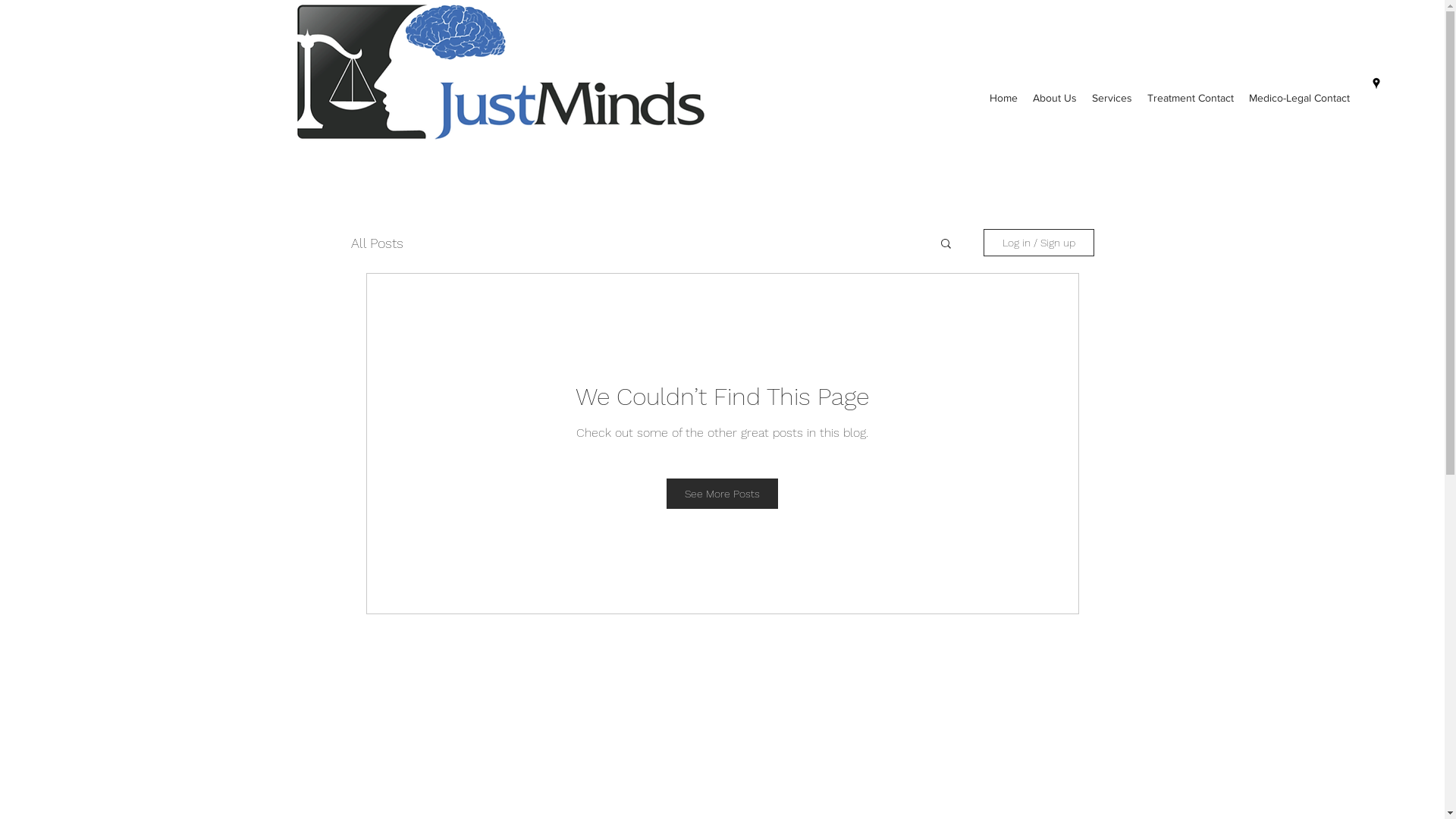 The height and width of the screenshot is (819, 1456). What do you see at coordinates (349, 242) in the screenshot?
I see `'All Posts'` at bounding box center [349, 242].